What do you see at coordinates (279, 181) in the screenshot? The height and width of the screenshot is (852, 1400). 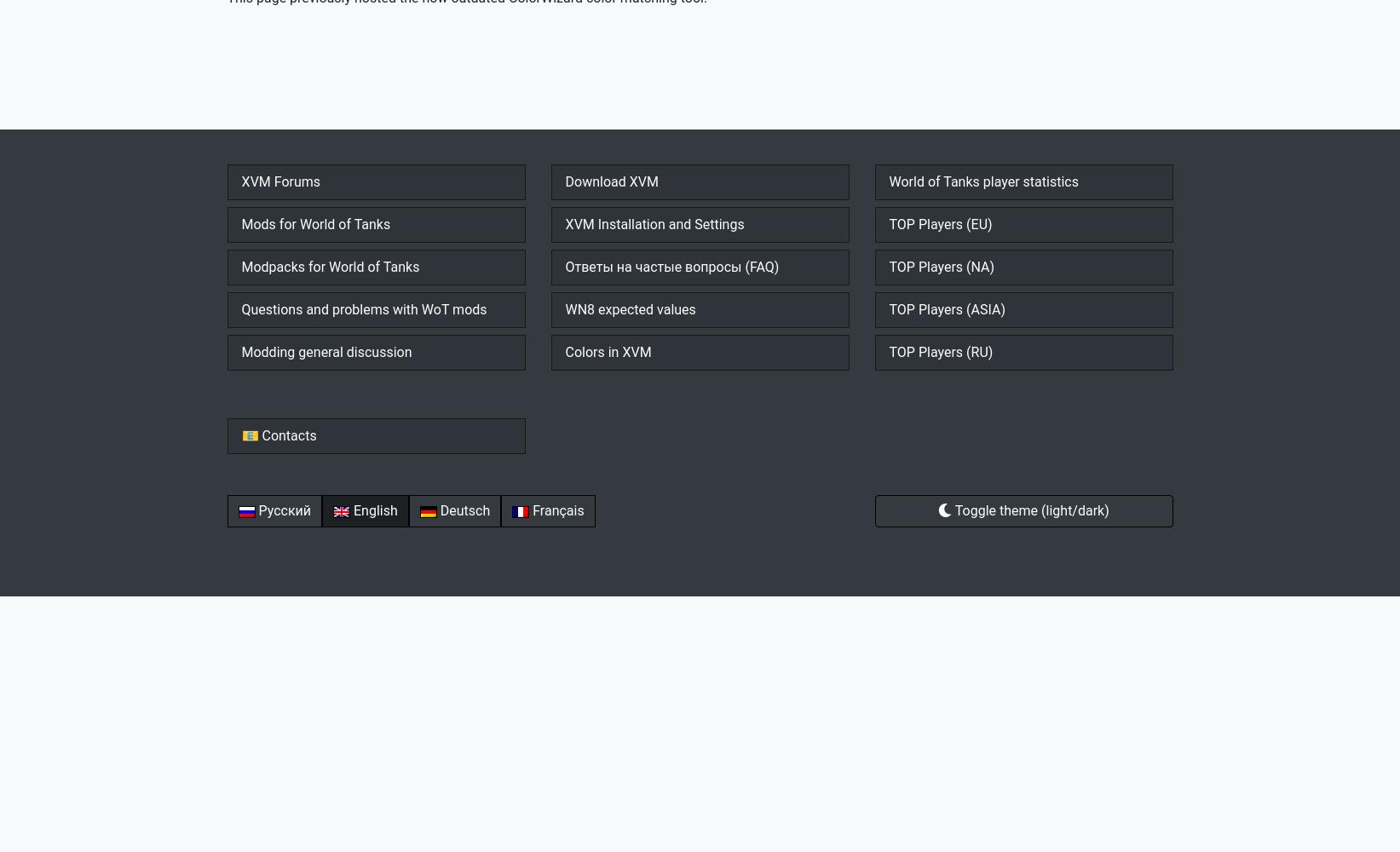 I see `'XVM Forums'` at bounding box center [279, 181].